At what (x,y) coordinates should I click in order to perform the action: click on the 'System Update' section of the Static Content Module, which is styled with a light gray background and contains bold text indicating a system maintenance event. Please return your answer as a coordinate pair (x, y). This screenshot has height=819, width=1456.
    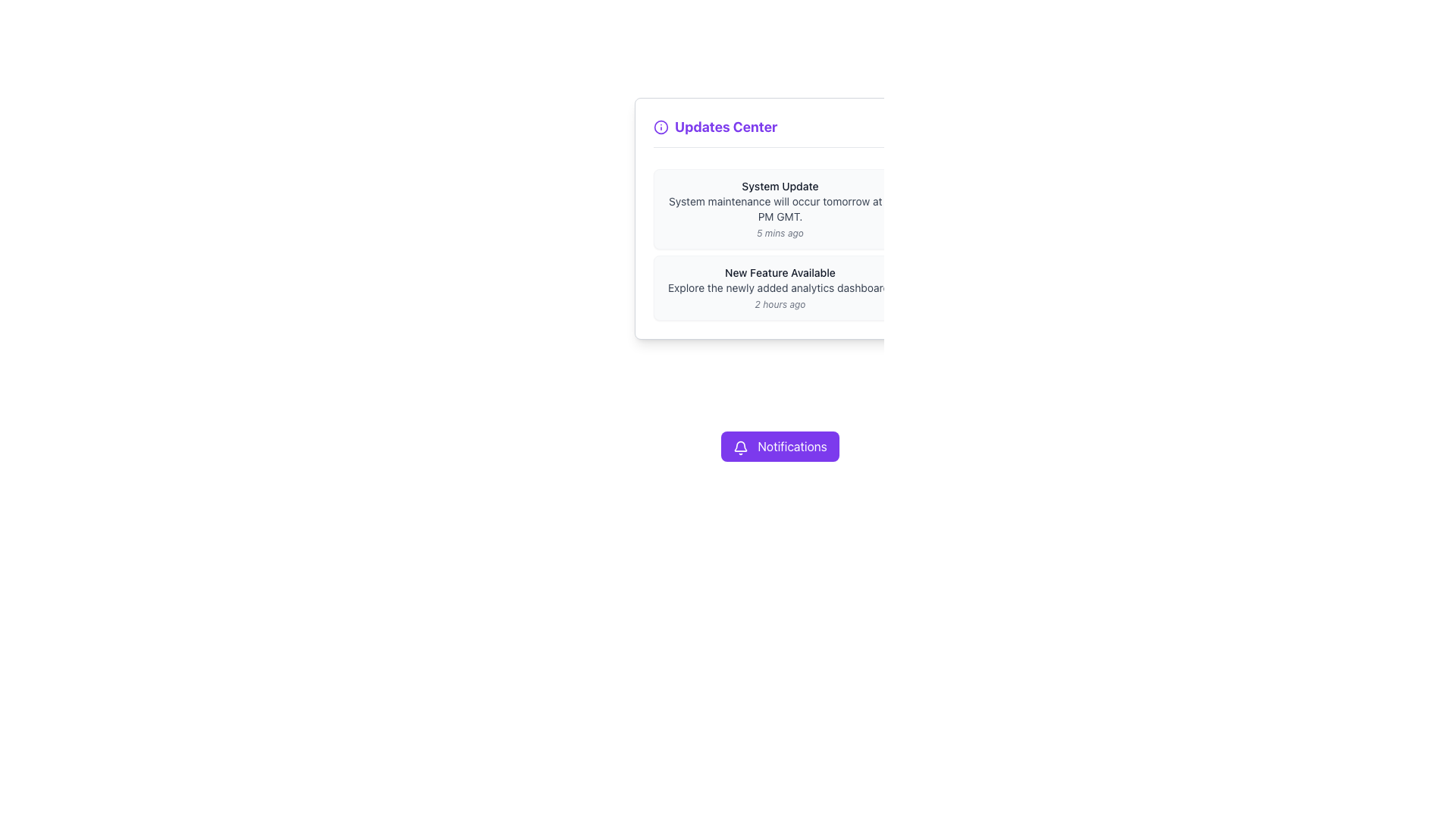
    Looking at the image, I should click on (780, 244).